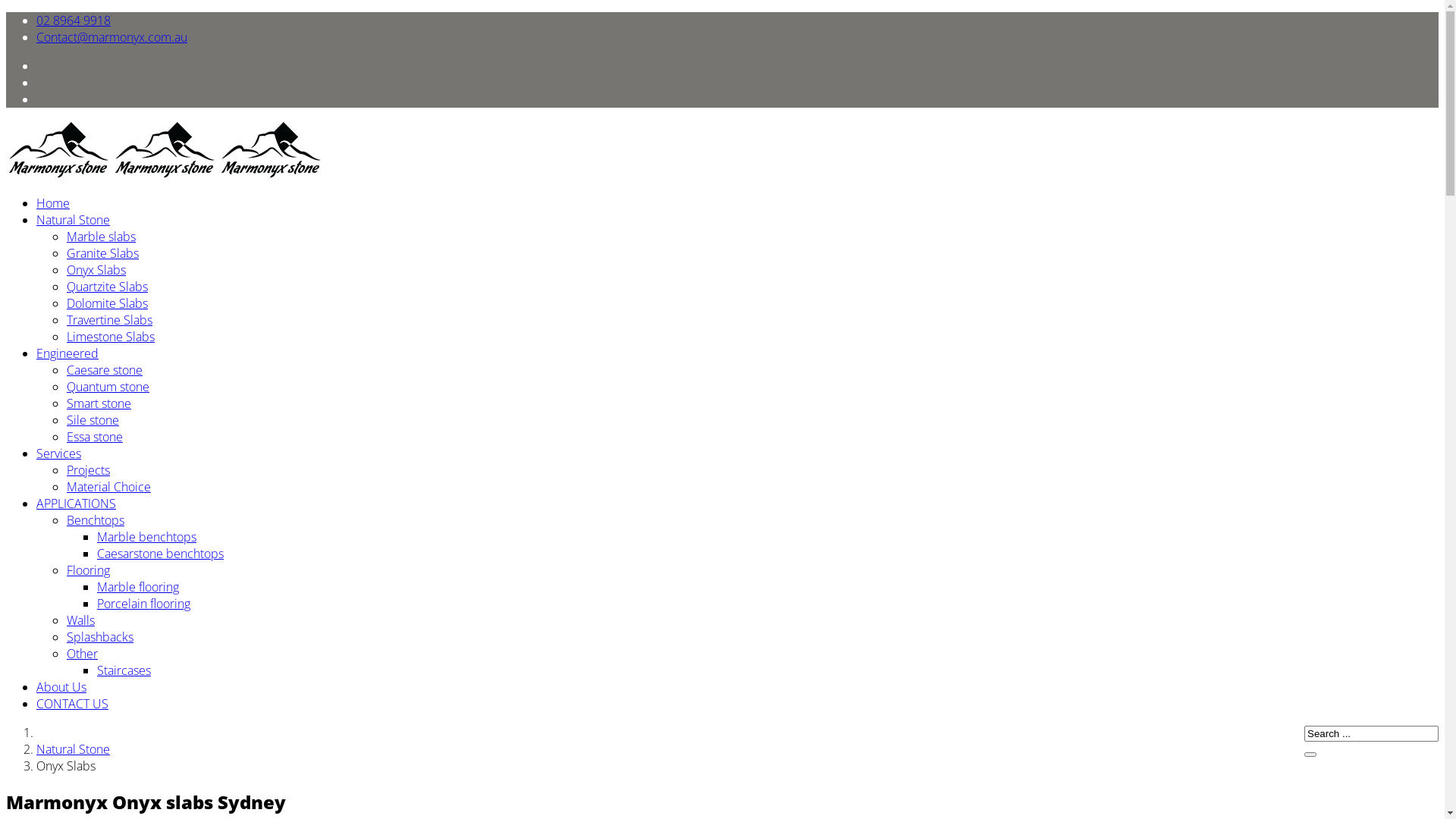  What do you see at coordinates (72, 20) in the screenshot?
I see `'02 8964 9918'` at bounding box center [72, 20].